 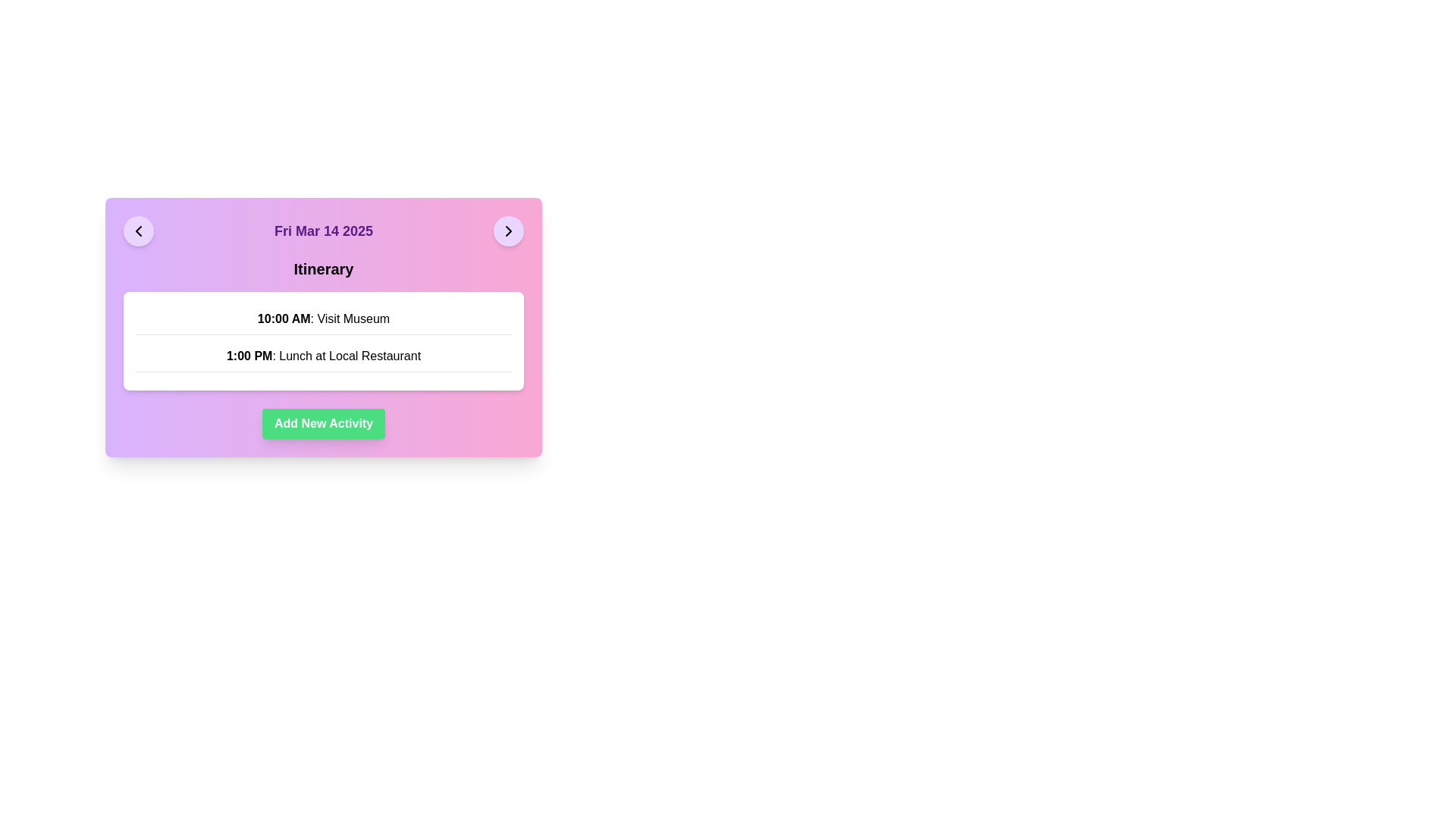 I want to click on the circular purple button with a rightward-facing chevron icon located at the top right corner of the navigation bar, so click(x=509, y=231).